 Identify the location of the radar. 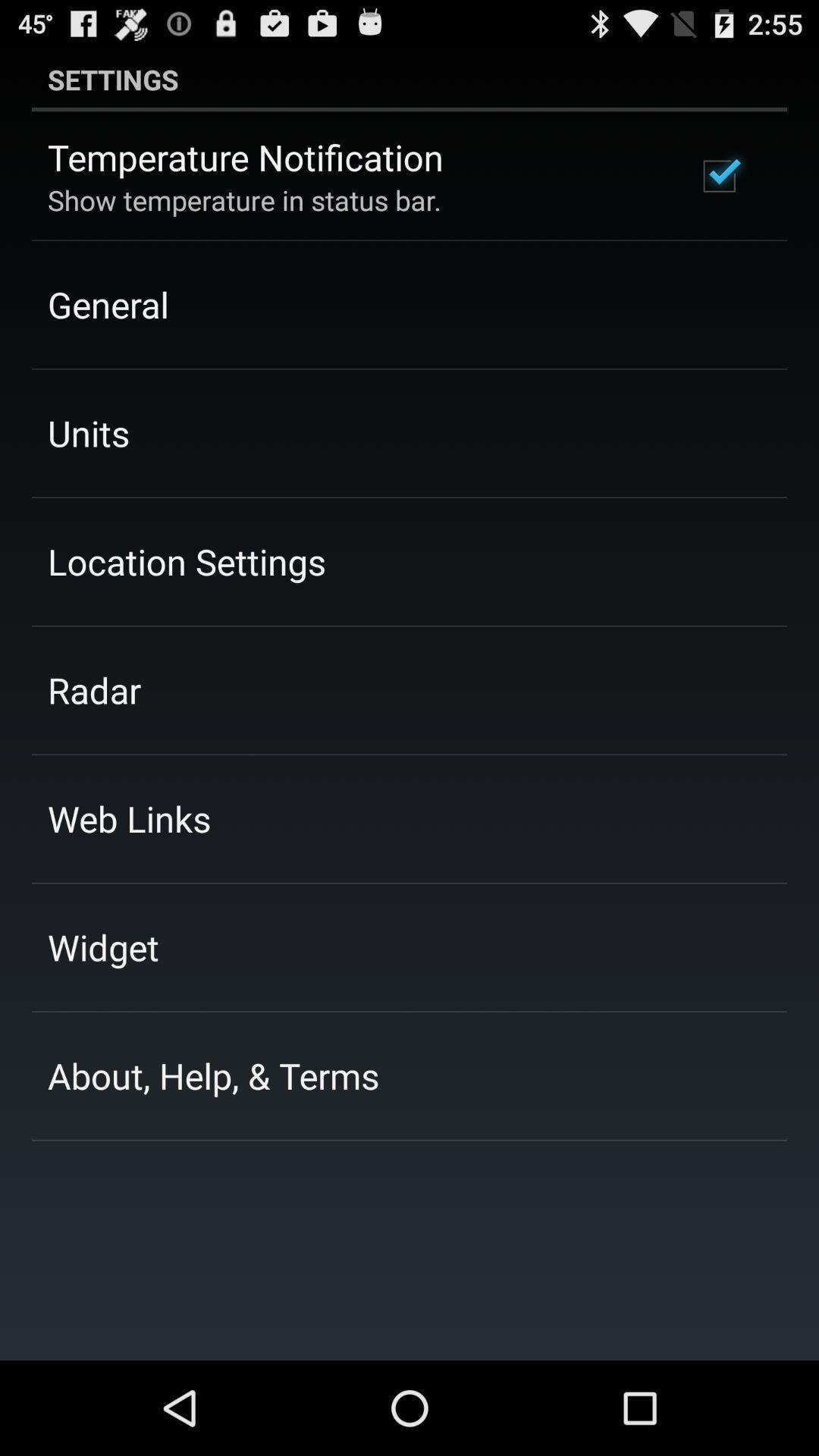
(94, 689).